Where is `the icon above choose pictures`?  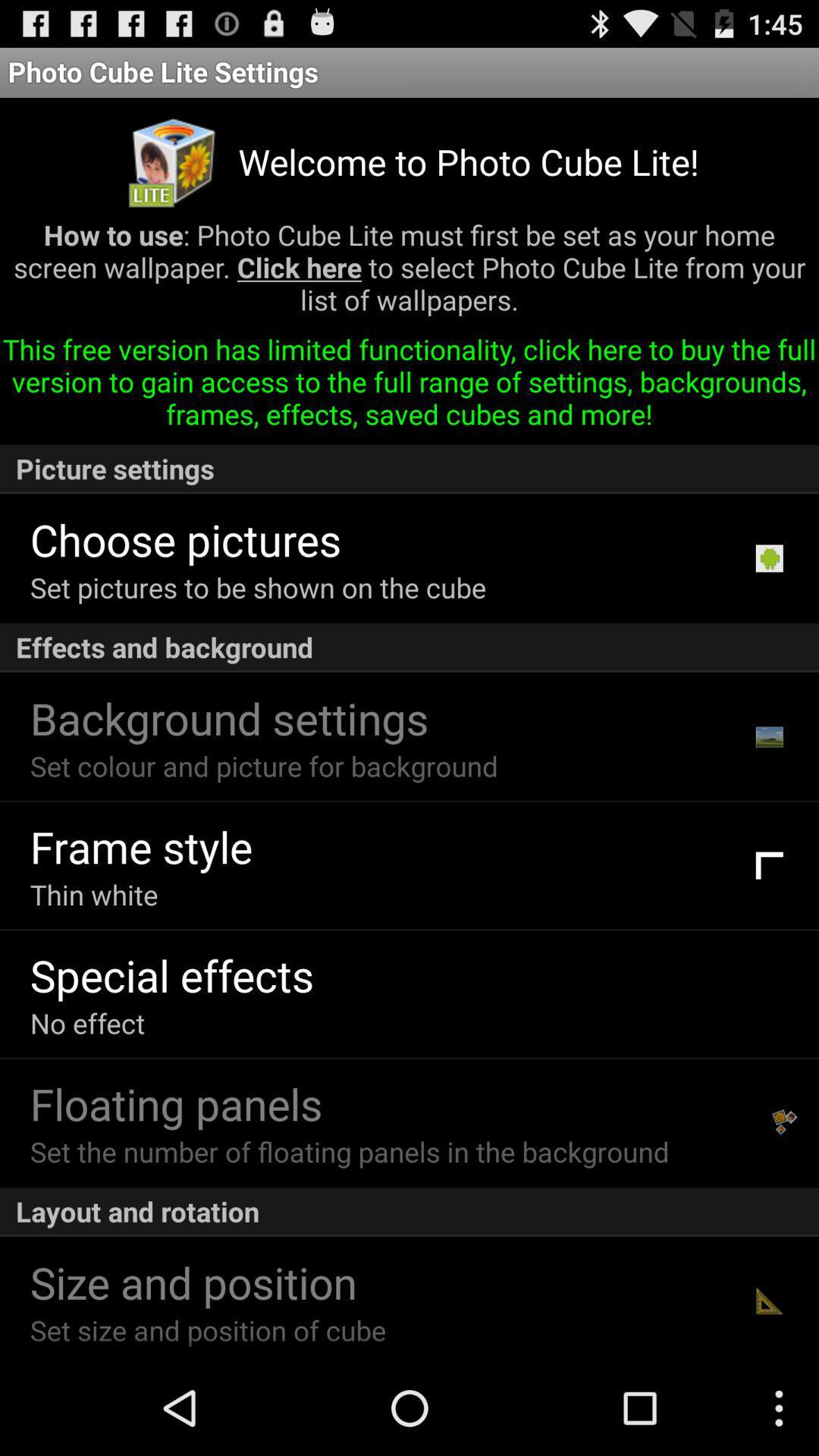
the icon above choose pictures is located at coordinates (409, 468).